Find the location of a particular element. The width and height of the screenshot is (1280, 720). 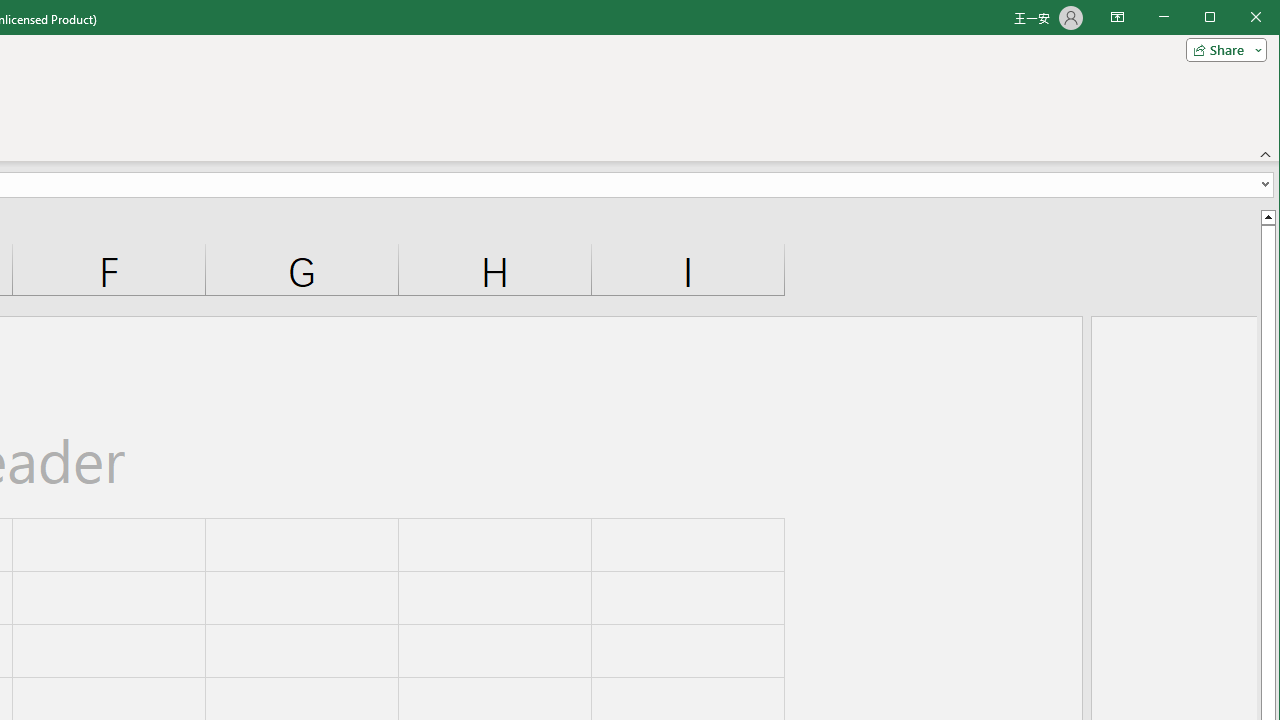

'Collapse the Ribbon' is located at coordinates (1265, 153).